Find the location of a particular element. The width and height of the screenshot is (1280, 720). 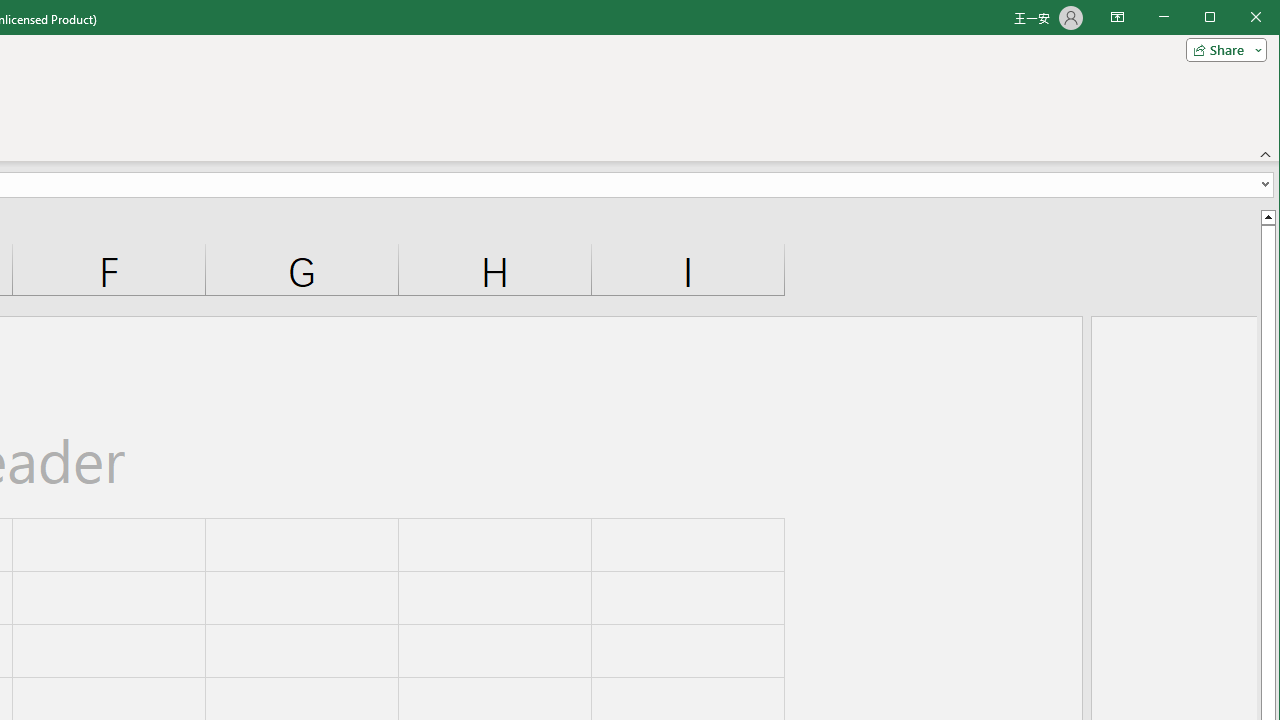

'Collapse the Ribbon' is located at coordinates (1265, 153).